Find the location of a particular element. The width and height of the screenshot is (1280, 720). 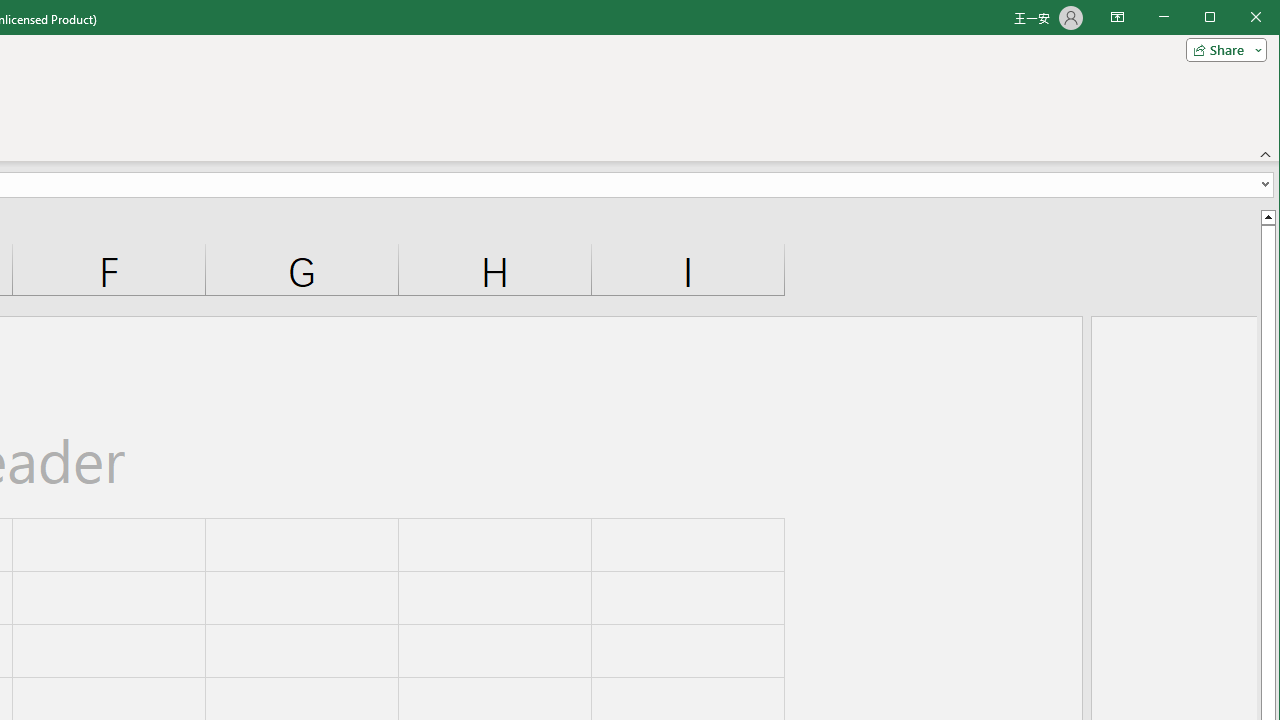

'Collapse the Ribbon' is located at coordinates (1265, 153).